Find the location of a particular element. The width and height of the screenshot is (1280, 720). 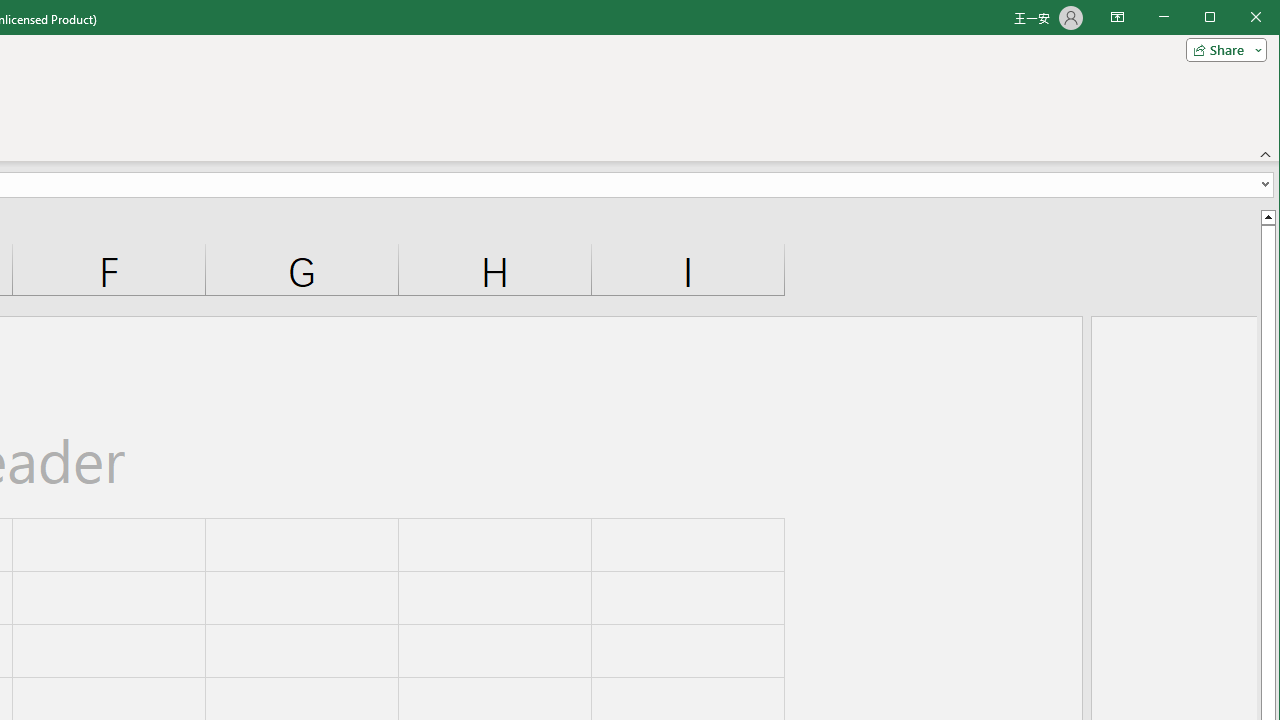

'Collapse the Ribbon' is located at coordinates (1265, 153).